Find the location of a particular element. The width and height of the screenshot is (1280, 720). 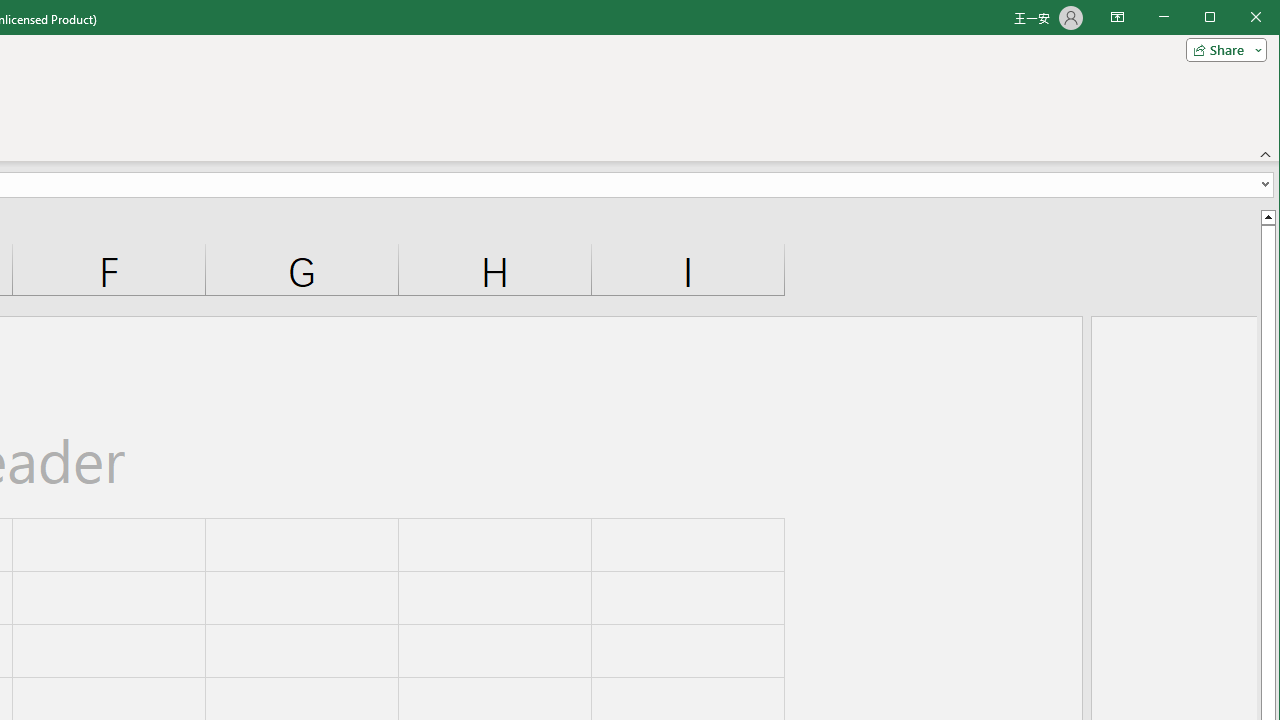

'Collapse the Ribbon' is located at coordinates (1265, 153).